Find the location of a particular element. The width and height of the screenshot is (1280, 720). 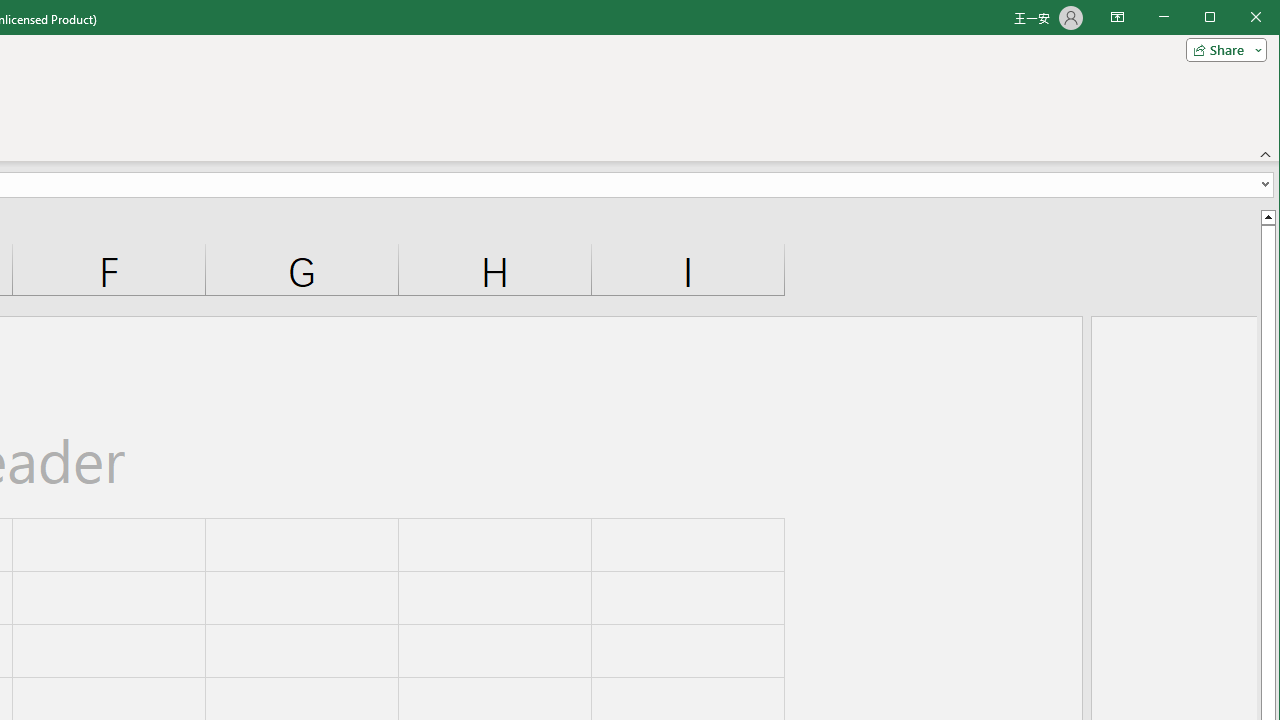

'Collapse the Ribbon' is located at coordinates (1265, 153).